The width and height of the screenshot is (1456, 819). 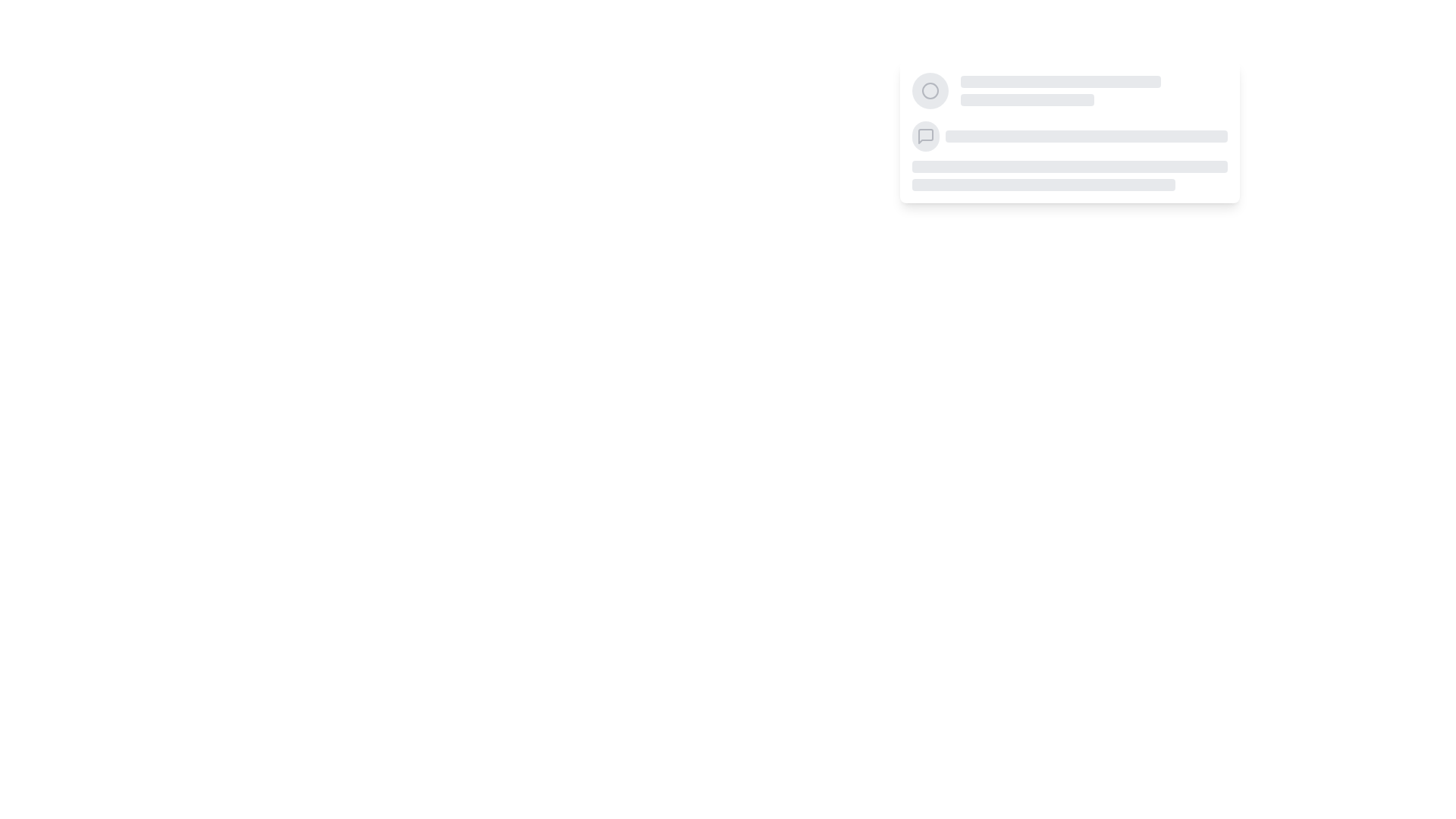 I want to click on the messaging feature icon located at the bottom right corner of the interface, so click(x=924, y=136).